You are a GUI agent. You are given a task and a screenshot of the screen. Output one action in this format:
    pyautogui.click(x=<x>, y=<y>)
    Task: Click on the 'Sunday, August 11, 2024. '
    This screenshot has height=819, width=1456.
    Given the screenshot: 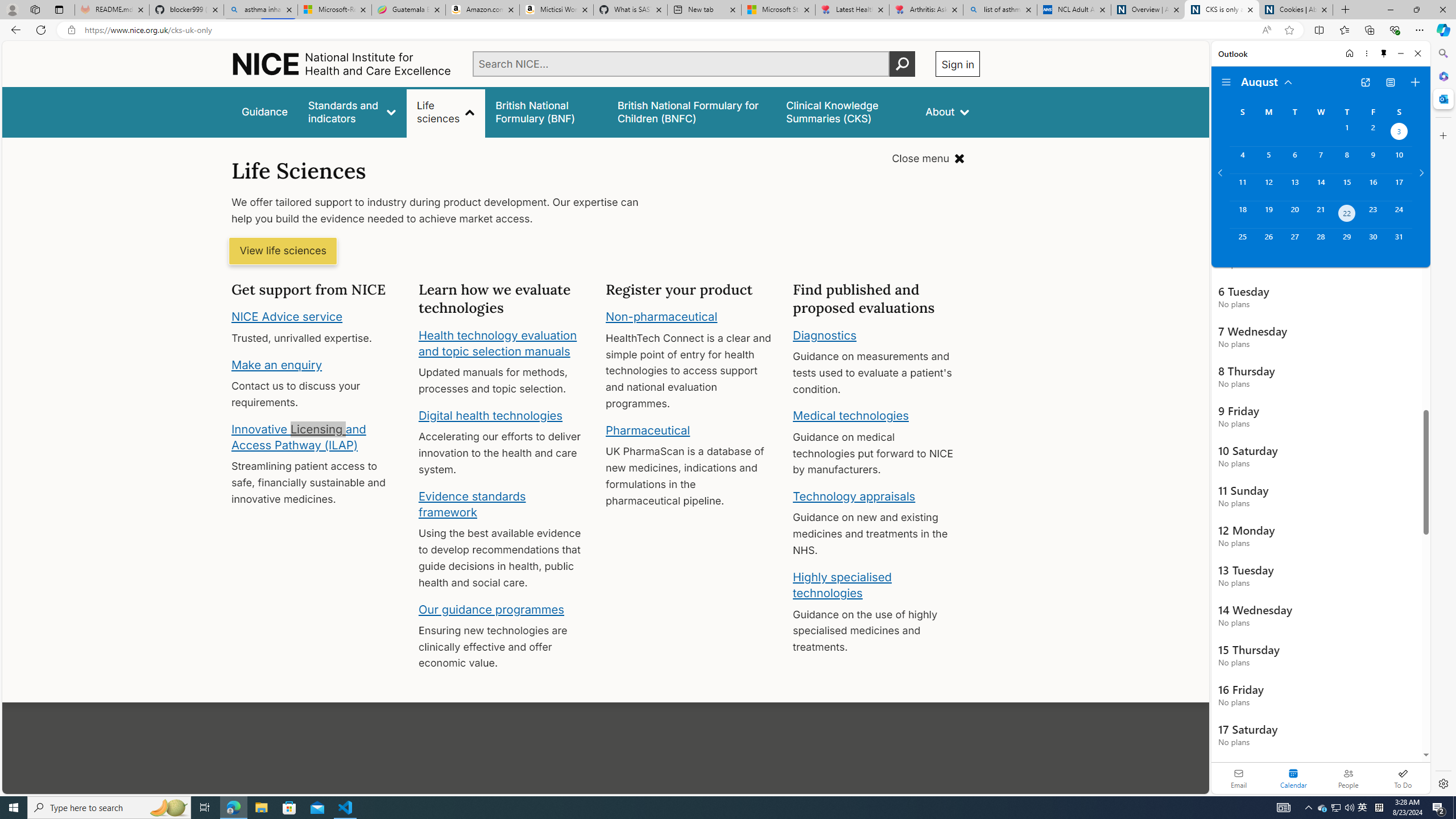 What is the action you would take?
    pyautogui.click(x=1242, y=187)
    